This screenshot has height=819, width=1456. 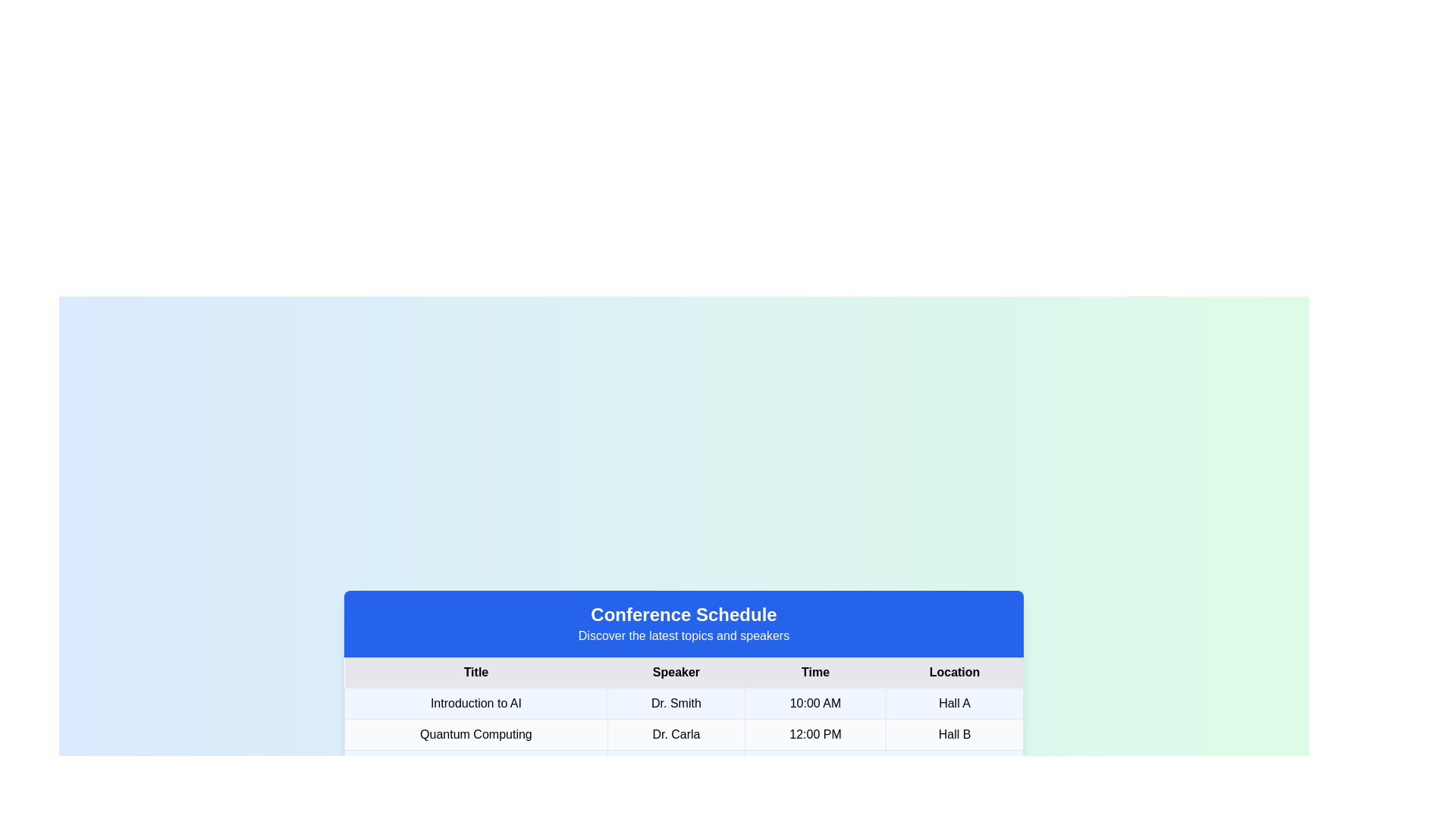 I want to click on text content of the Text Label displaying 'Dr. Smith' located in the 'Speaker' column of the conference schedule table, so click(x=676, y=704).